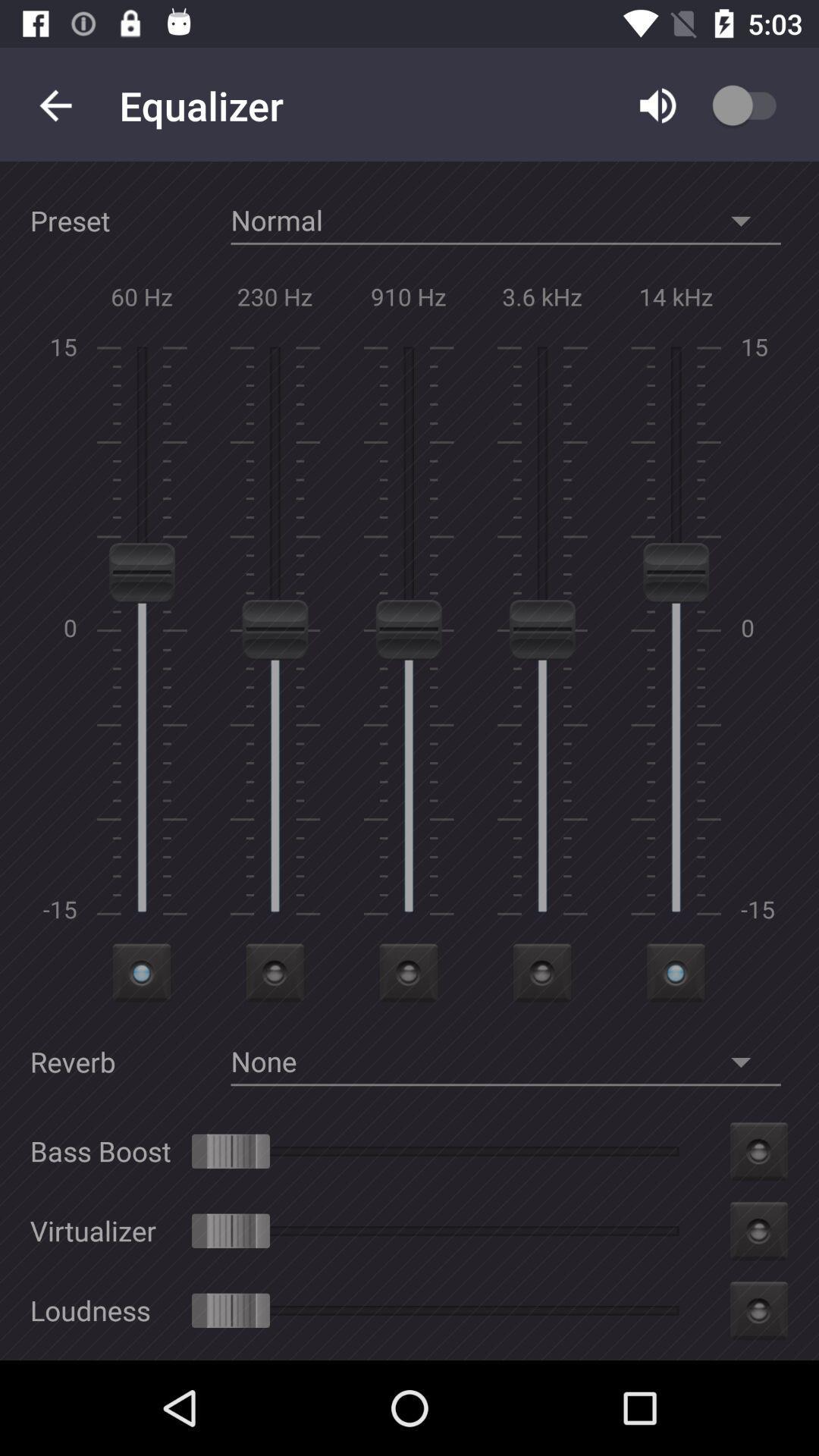 This screenshot has height=1456, width=819. I want to click on the icon next to volume button, so click(762, 105).